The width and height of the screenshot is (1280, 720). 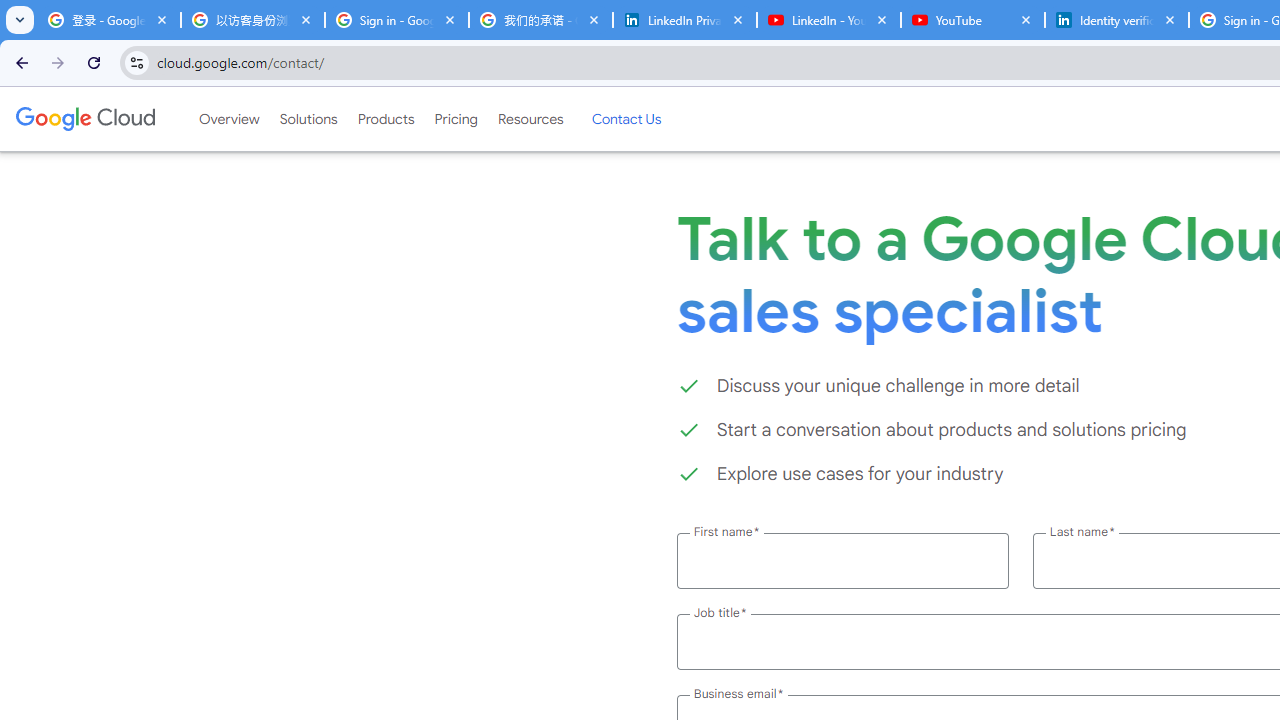 What do you see at coordinates (530, 119) in the screenshot?
I see `'Resources'` at bounding box center [530, 119].